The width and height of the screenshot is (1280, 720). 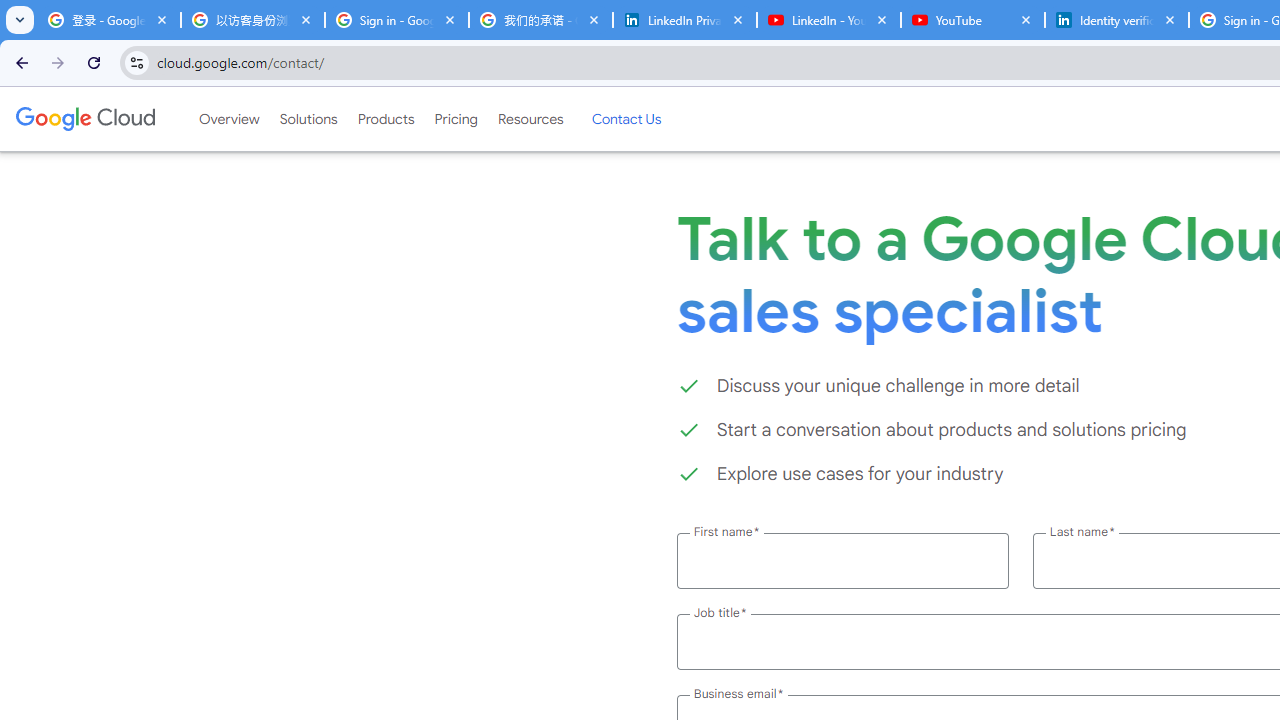 What do you see at coordinates (530, 119) in the screenshot?
I see `'Resources'` at bounding box center [530, 119].